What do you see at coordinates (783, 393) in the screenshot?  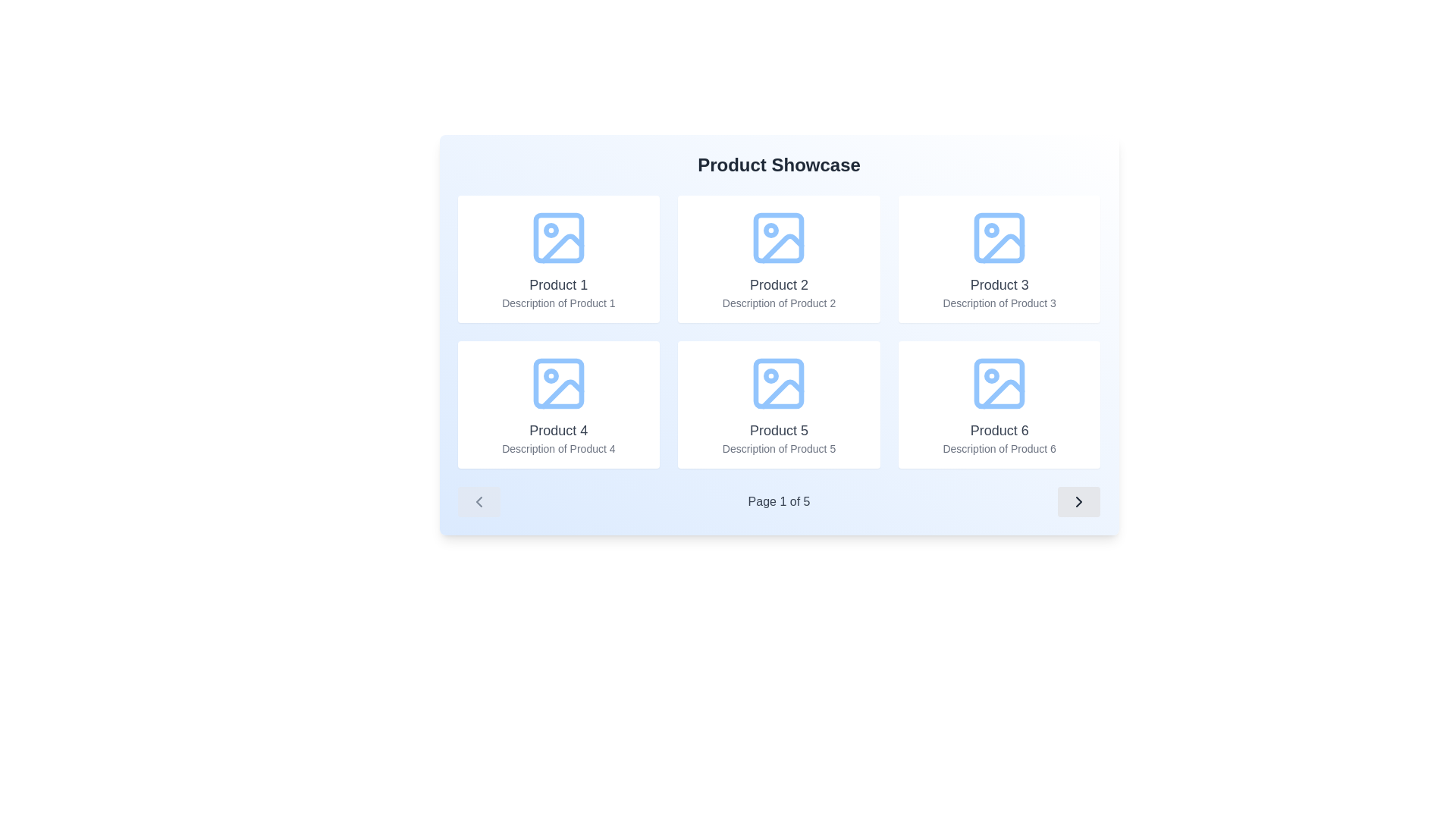 I see `the iconic vector graphic resembling a downward-pointing line within the blue-tinted rectangular outline in the center image placeholder of the second row and first column in the grid` at bounding box center [783, 393].